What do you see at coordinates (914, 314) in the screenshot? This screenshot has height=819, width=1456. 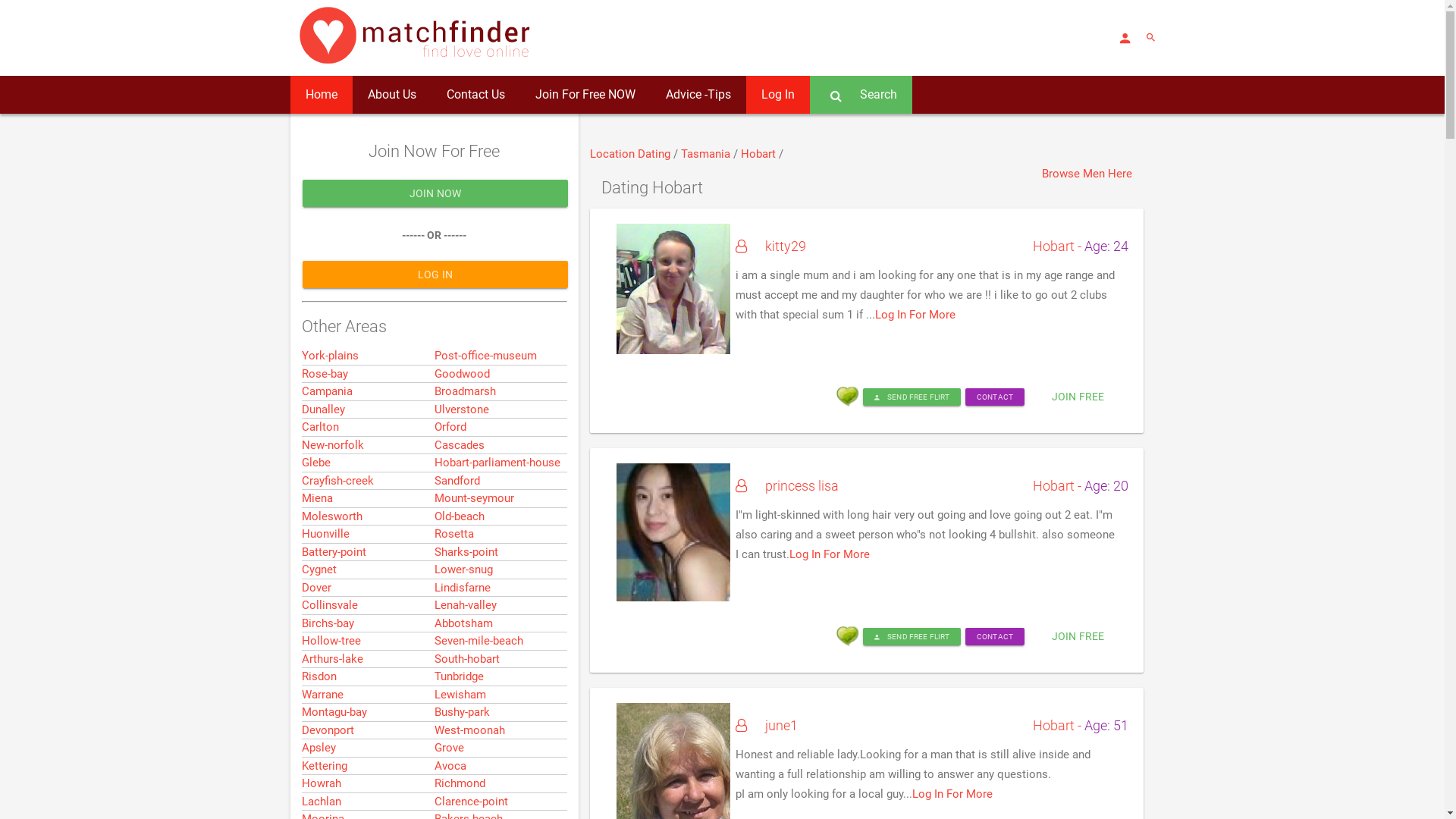 I see `'Log In For More'` at bounding box center [914, 314].